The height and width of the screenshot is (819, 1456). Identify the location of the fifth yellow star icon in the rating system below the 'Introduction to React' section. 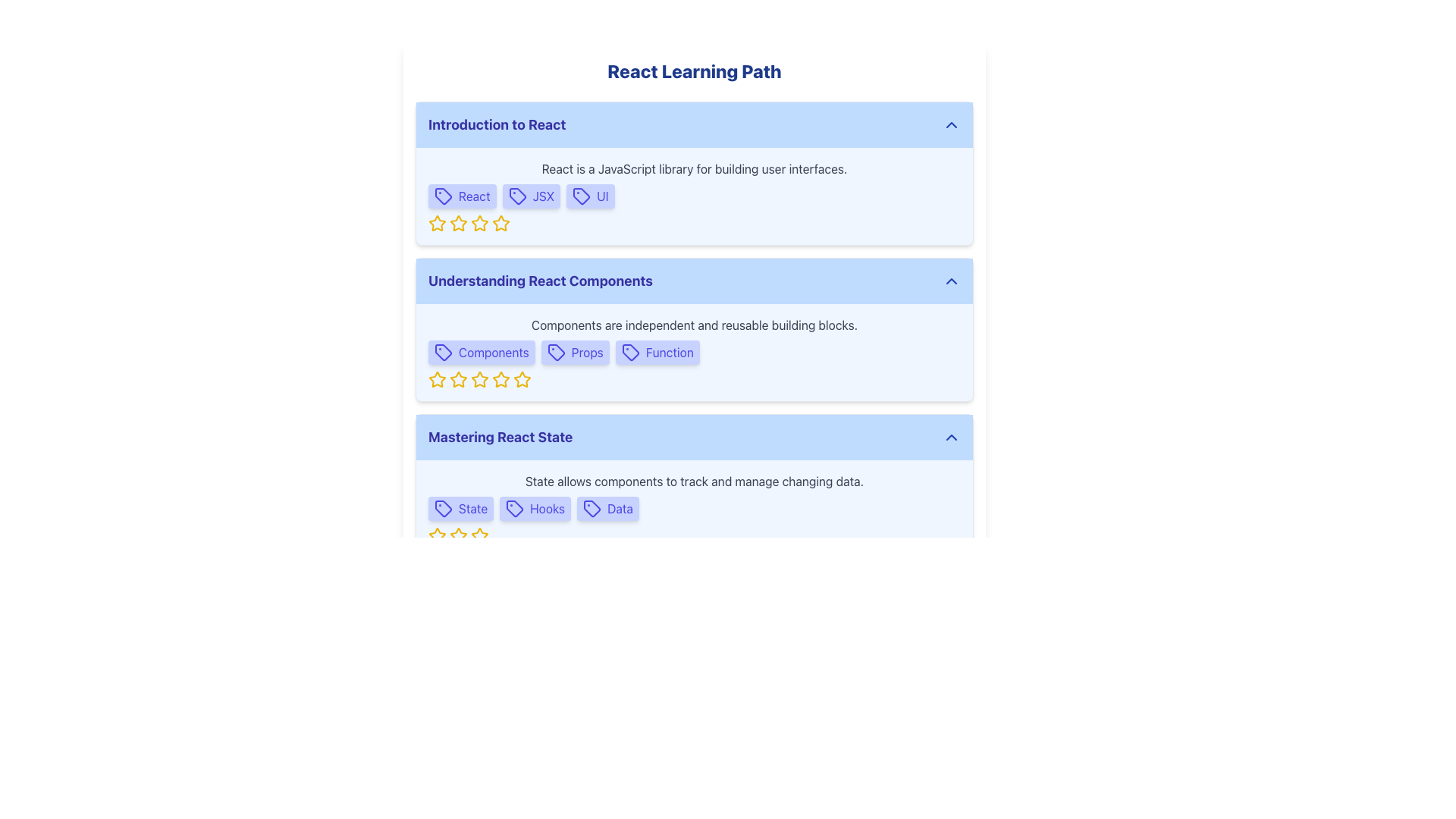
(501, 223).